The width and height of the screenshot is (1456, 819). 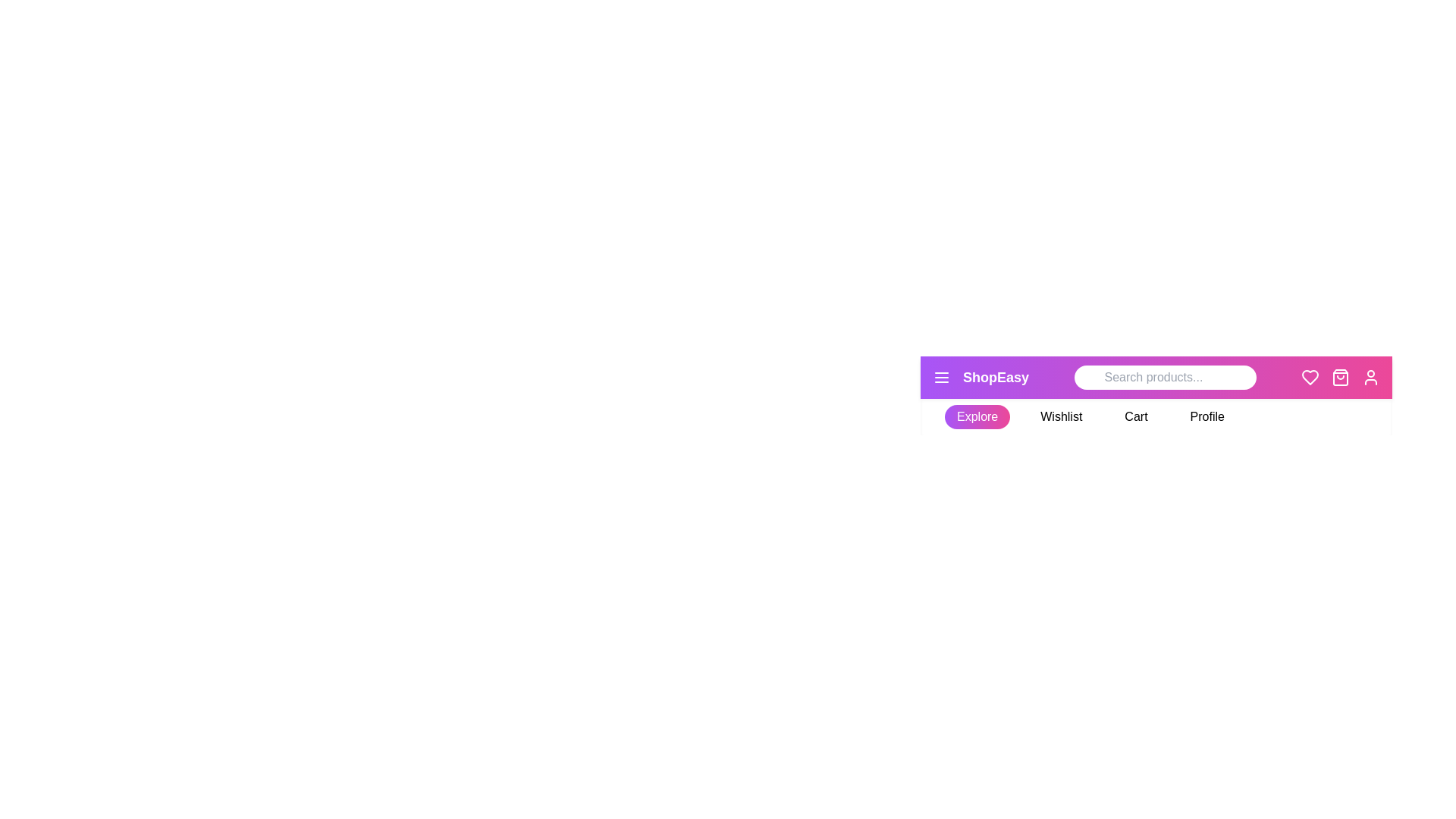 I want to click on the shopping bag icon, so click(x=1340, y=376).